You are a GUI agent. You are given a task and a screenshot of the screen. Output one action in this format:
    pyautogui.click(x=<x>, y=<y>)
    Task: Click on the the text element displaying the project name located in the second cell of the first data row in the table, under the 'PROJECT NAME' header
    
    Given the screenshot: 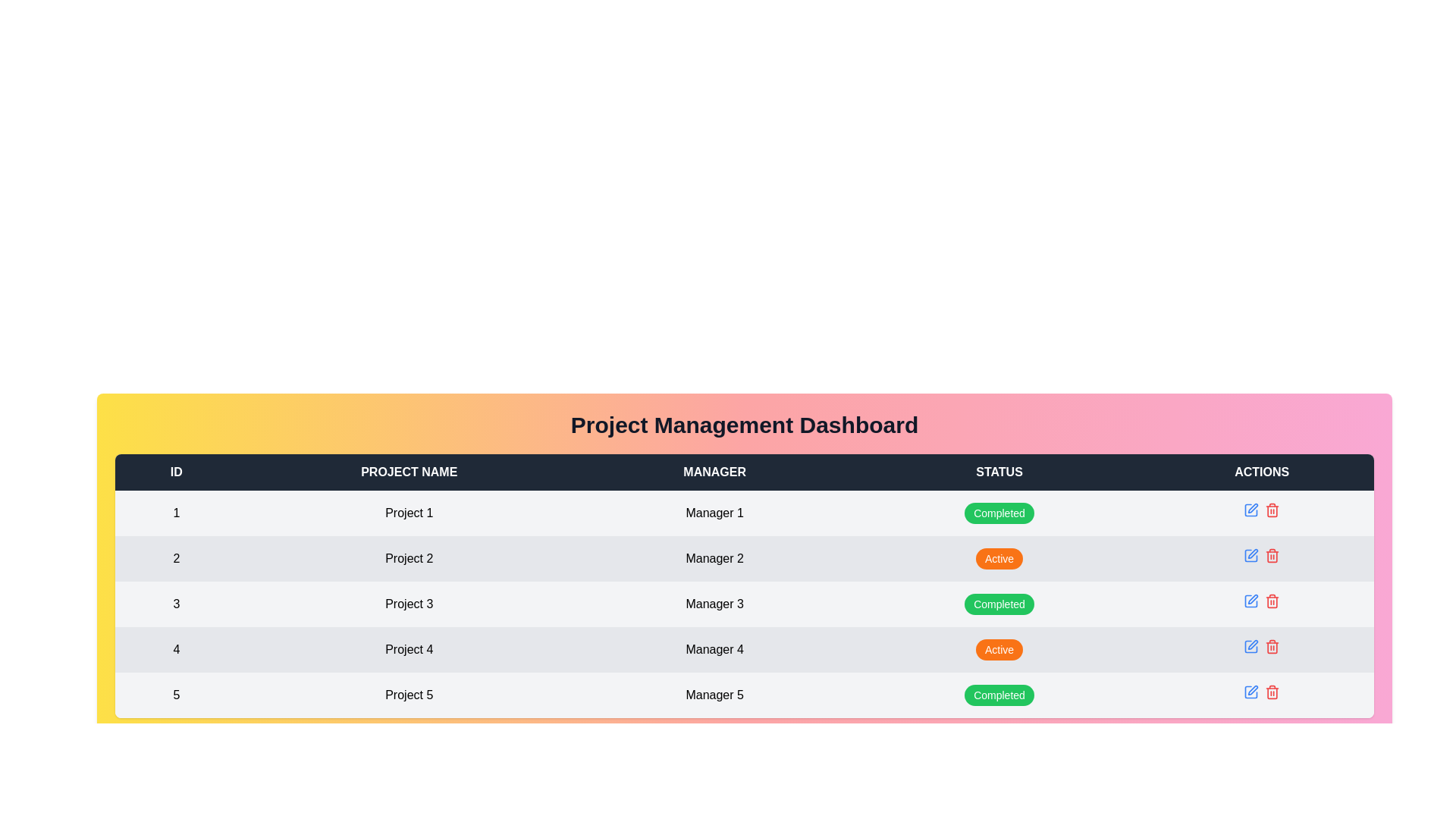 What is the action you would take?
    pyautogui.click(x=409, y=513)
    